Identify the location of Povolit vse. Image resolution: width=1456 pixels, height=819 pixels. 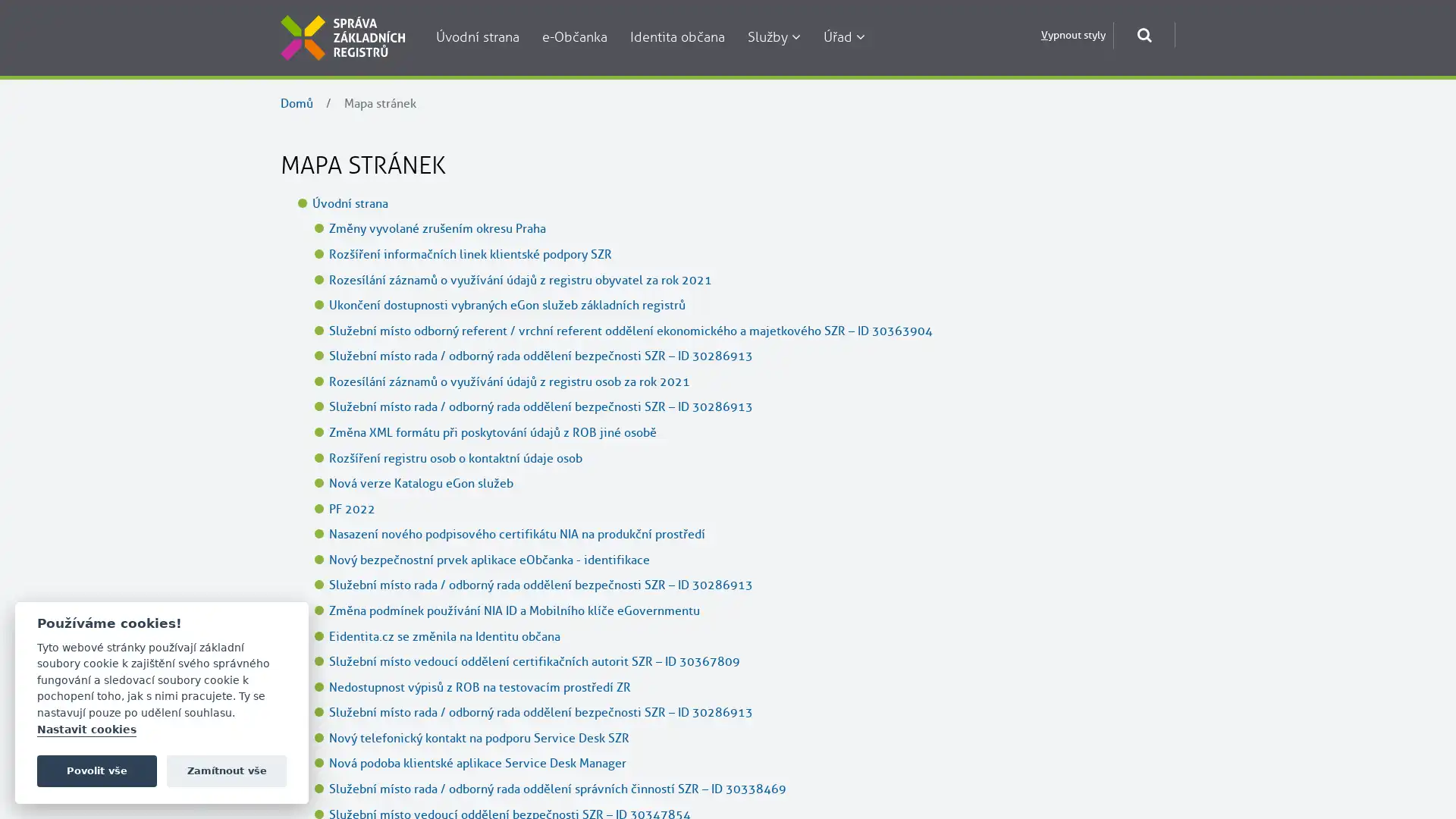
(96, 770).